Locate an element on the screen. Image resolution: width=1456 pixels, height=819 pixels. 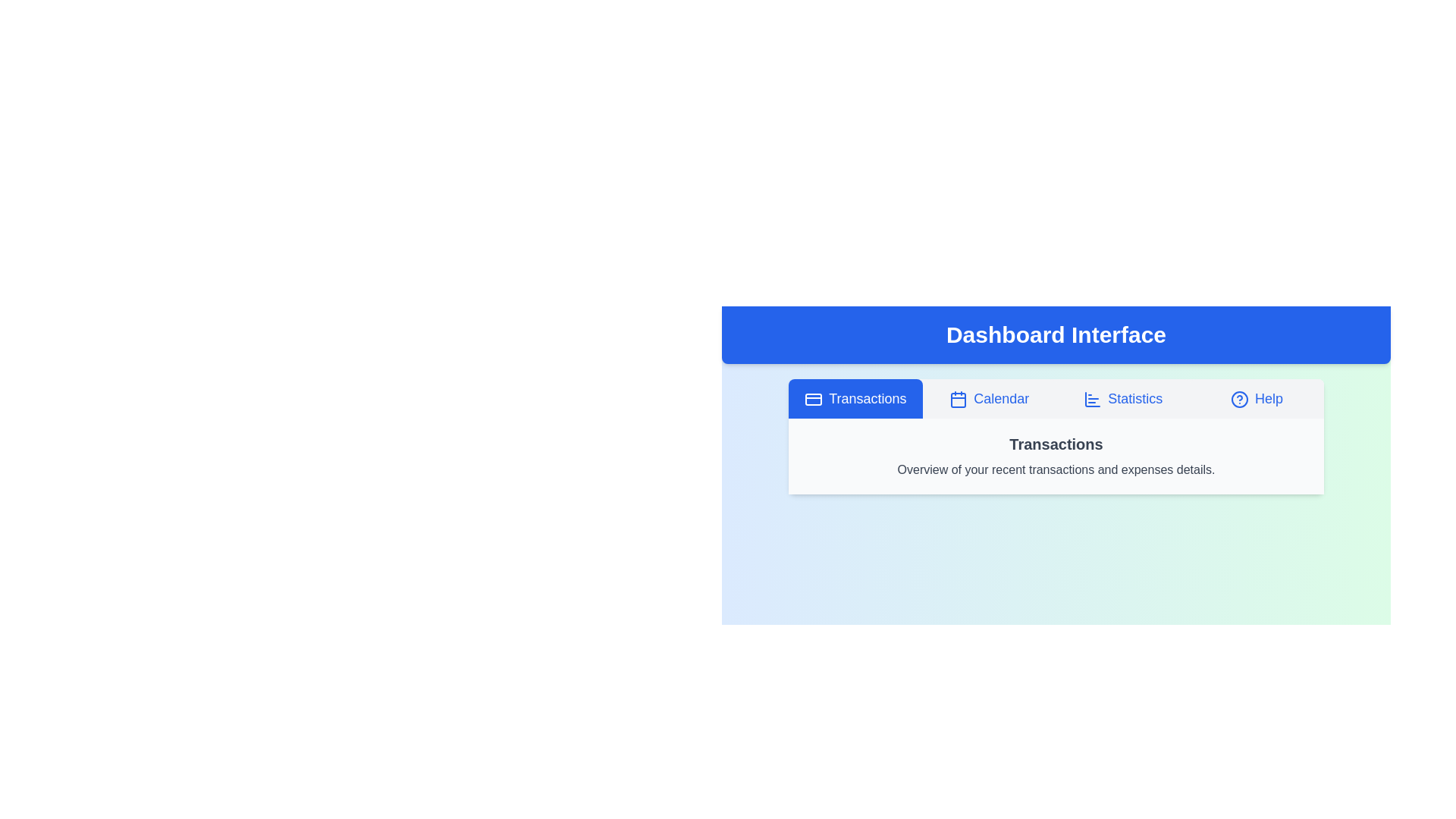
the tab labeled Transactions is located at coordinates (855, 397).